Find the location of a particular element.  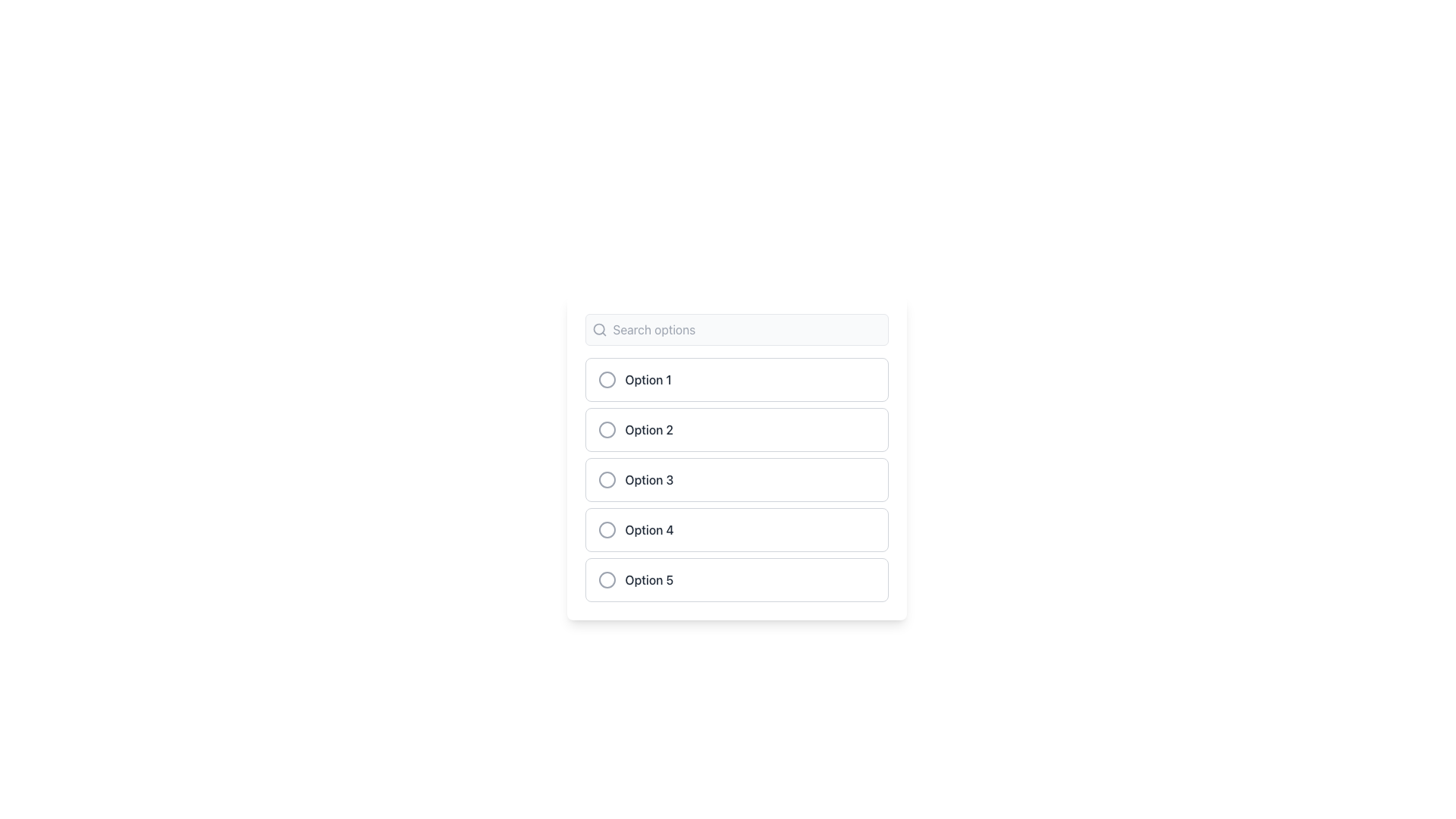

the text label for the second item in the selectable options list, which serves as the description for the associated radio button is located at coordinates (649, 430).